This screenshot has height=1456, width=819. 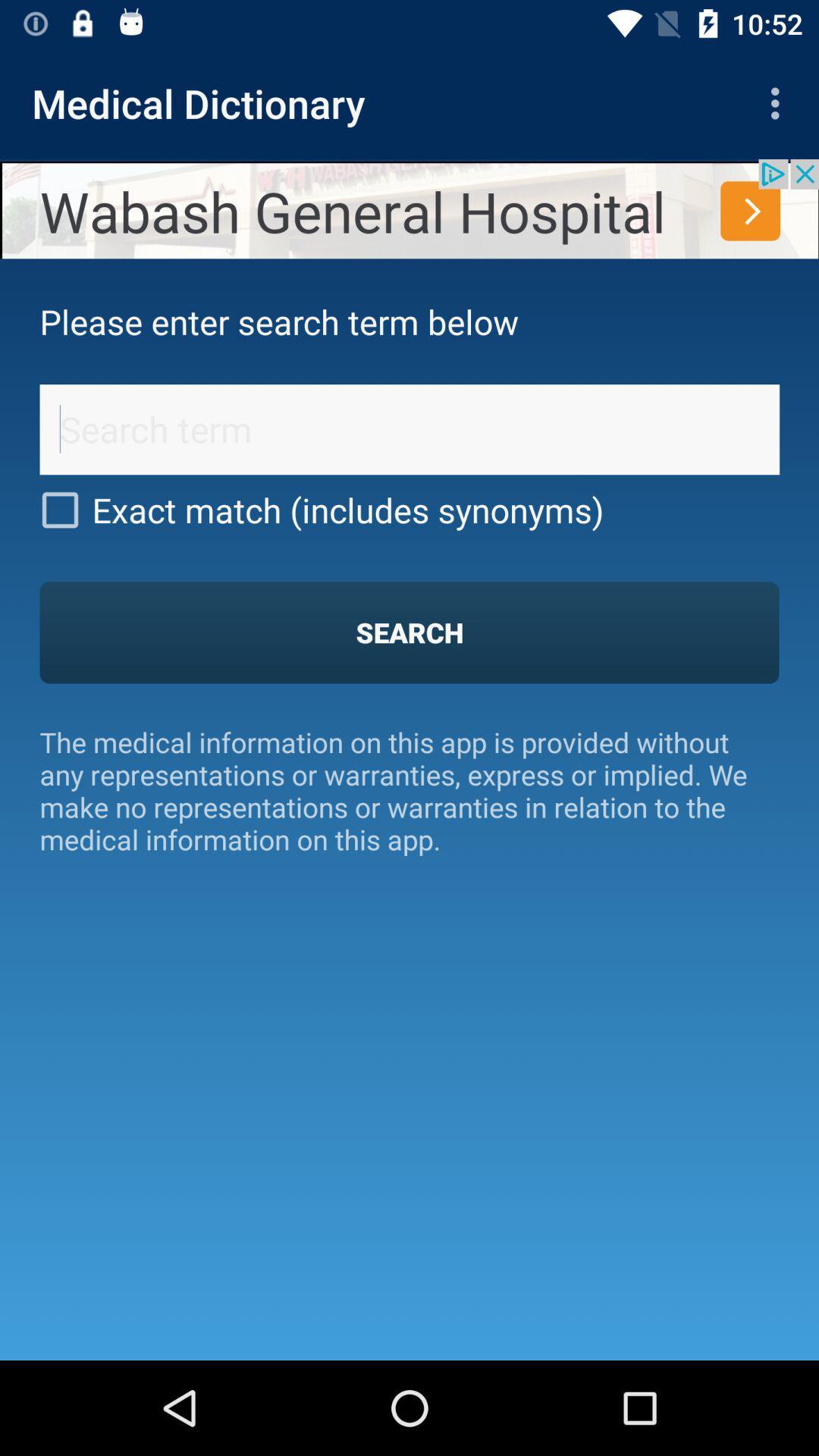 What do you see at coordinates (409, 428) in the screenshot?
I see `for search` at bounding box center [409, 428].